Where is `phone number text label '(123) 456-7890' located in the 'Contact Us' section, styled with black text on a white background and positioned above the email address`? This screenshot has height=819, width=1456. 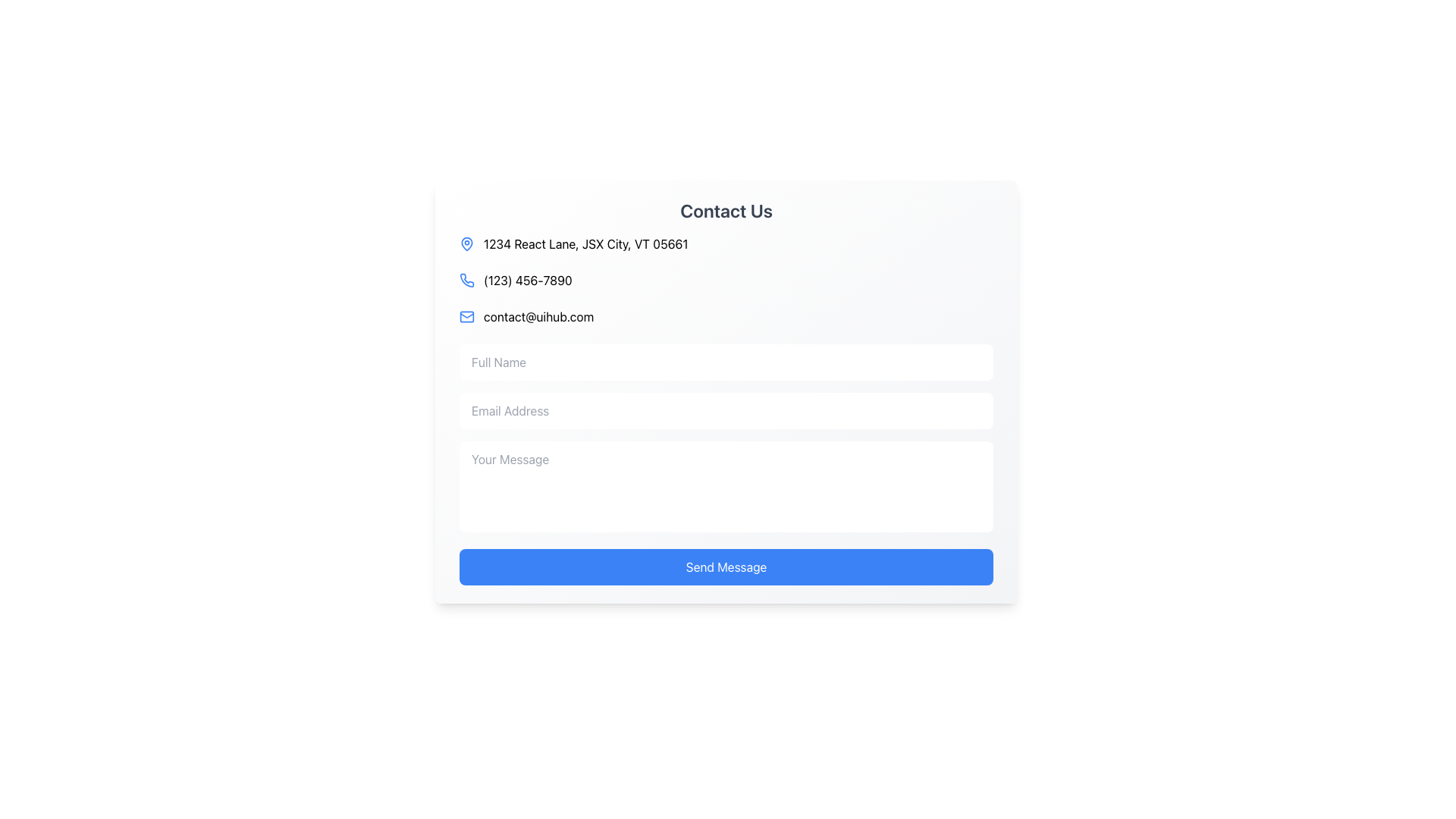 phone number text label '(123) 456-7890' located in the 'Contact Us' section, styled with black text on a white background and positioned above the email address is located at coordinates (528, 281).